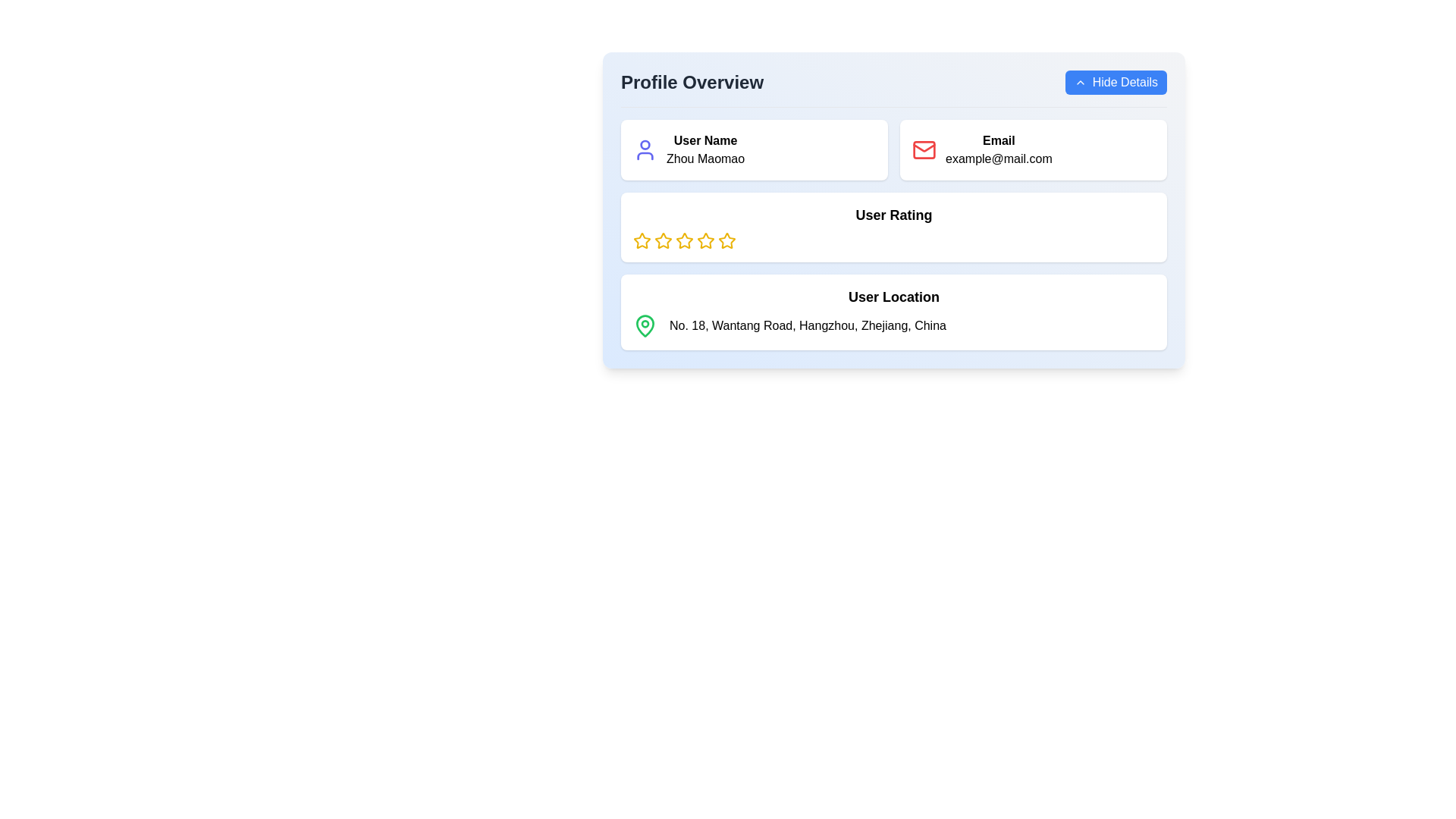 The height and width of the screenshot is (819, 1456). I want to click on the first star-shaped rating icon with a bright yellow outline and white fill, located under the 'User Rating' header, so click(642, 240).